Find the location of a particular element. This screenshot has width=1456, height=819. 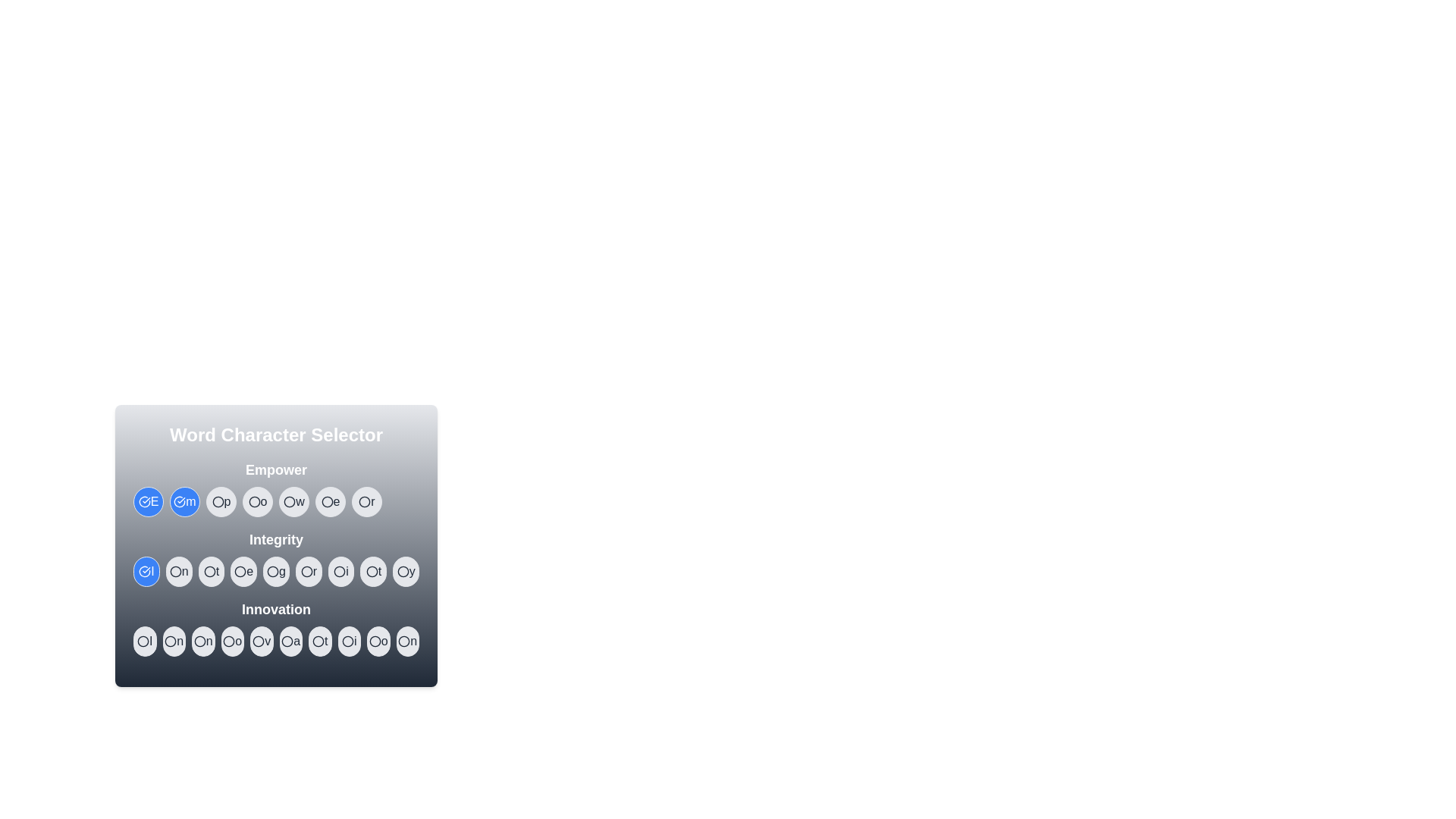

the character m in the word Empower is located at coordinates (184, 502).